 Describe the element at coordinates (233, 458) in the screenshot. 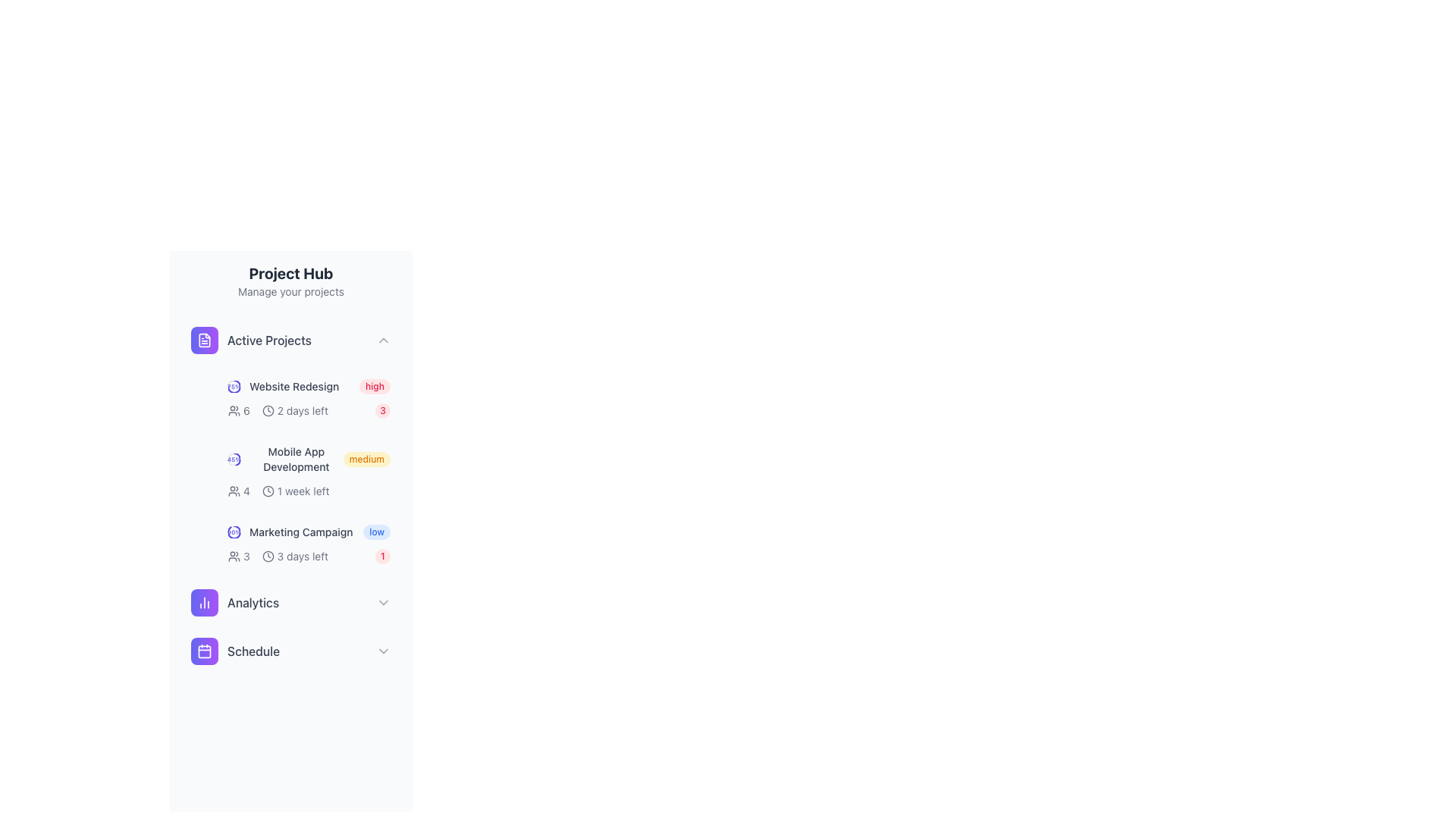

I see `the small square-shaped indicator displaying '45%' located adjacent to the left of 'Mobile App Development' in the 'Active Projects' section of the 'Project Hub'` at that location.